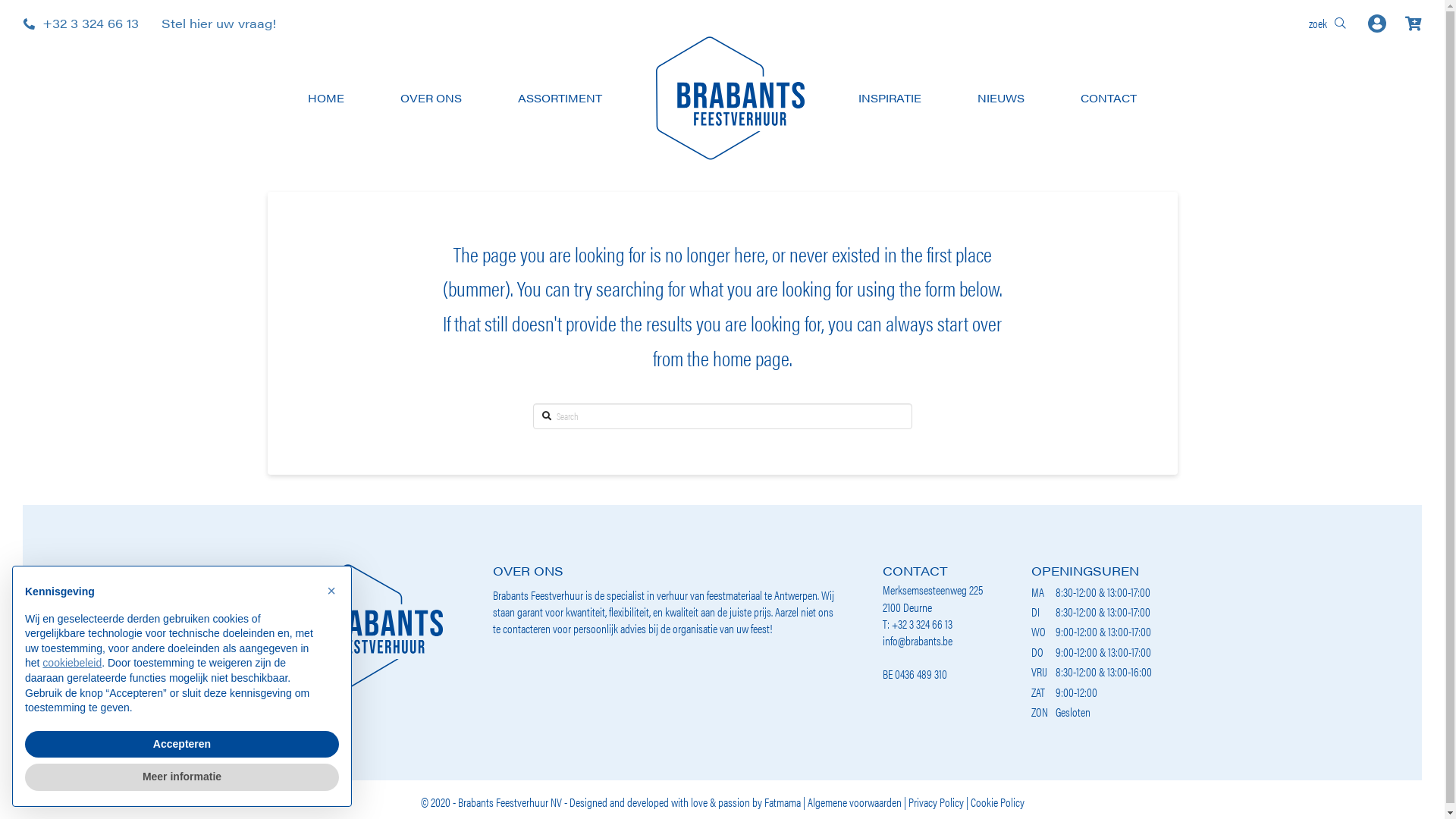  Describe the element at coordinates (182, 744) in the screenshot. I see `'Accepteren'` at that location.